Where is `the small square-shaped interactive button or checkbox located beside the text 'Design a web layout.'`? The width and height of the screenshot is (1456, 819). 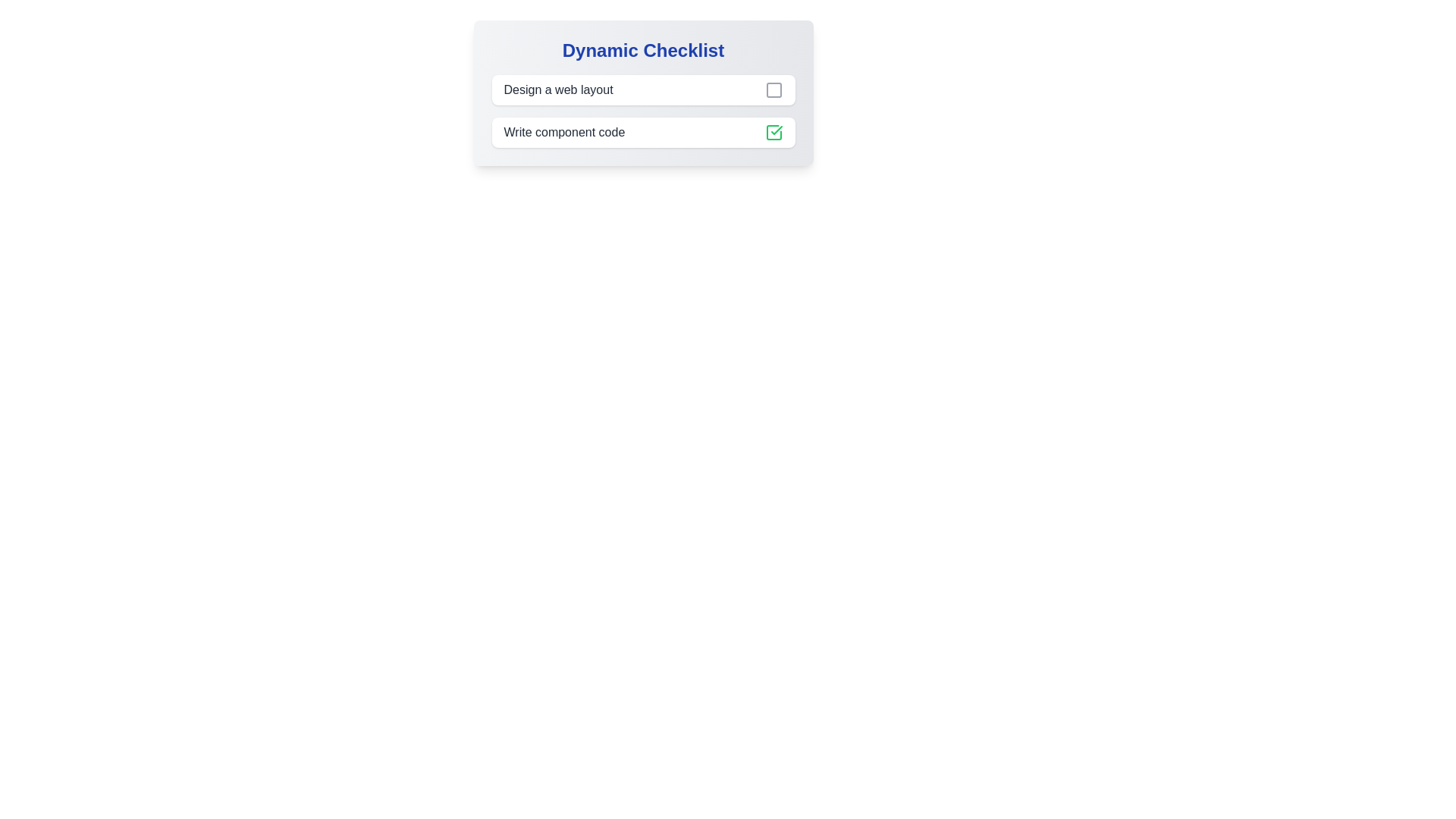
the small square-shaped interactive button or checkbox located beside the text 'Design a web layout.' is located at coordinates (773, 90).